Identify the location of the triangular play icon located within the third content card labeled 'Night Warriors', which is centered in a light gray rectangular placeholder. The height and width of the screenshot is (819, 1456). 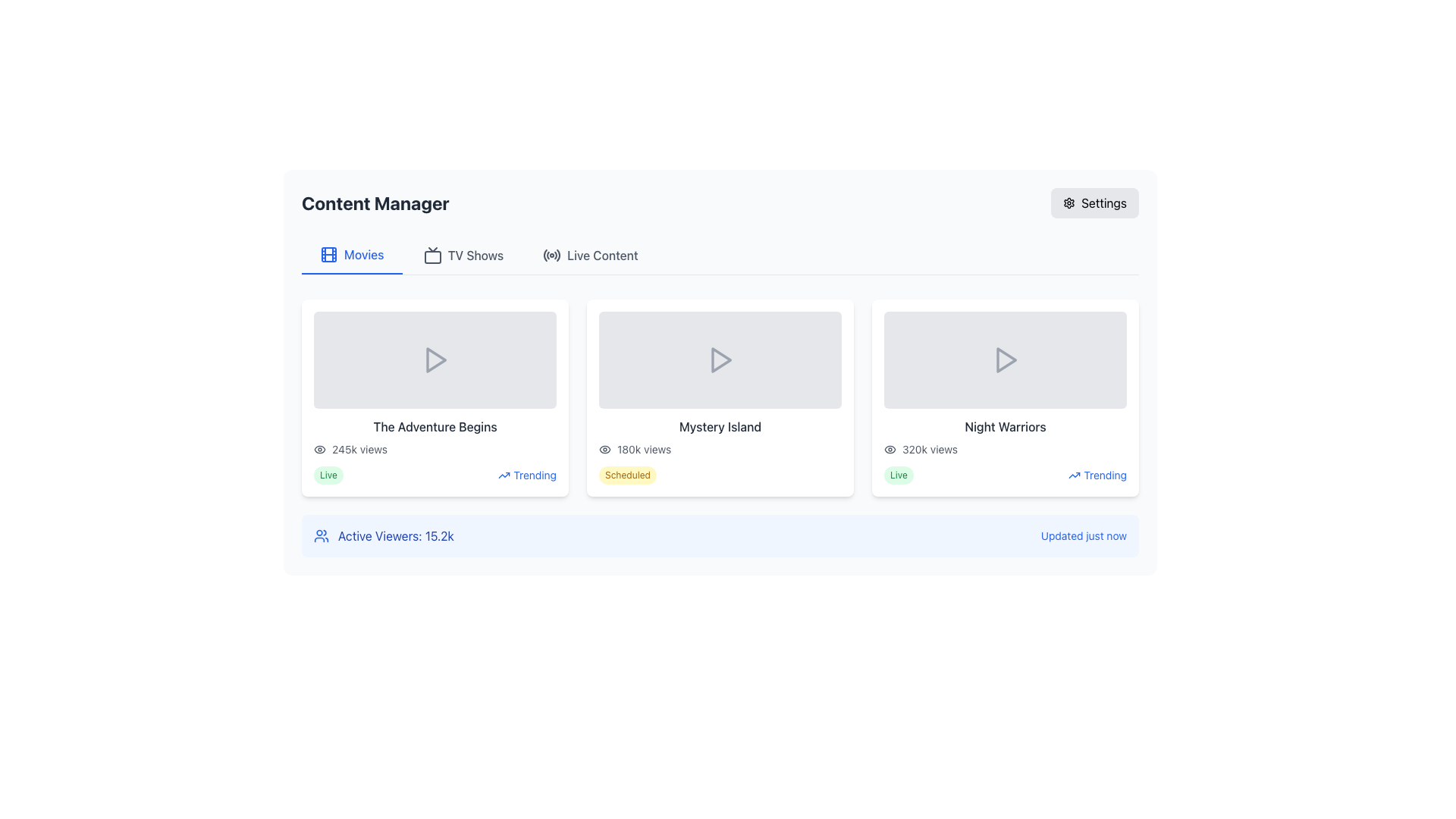
(1006, 359).